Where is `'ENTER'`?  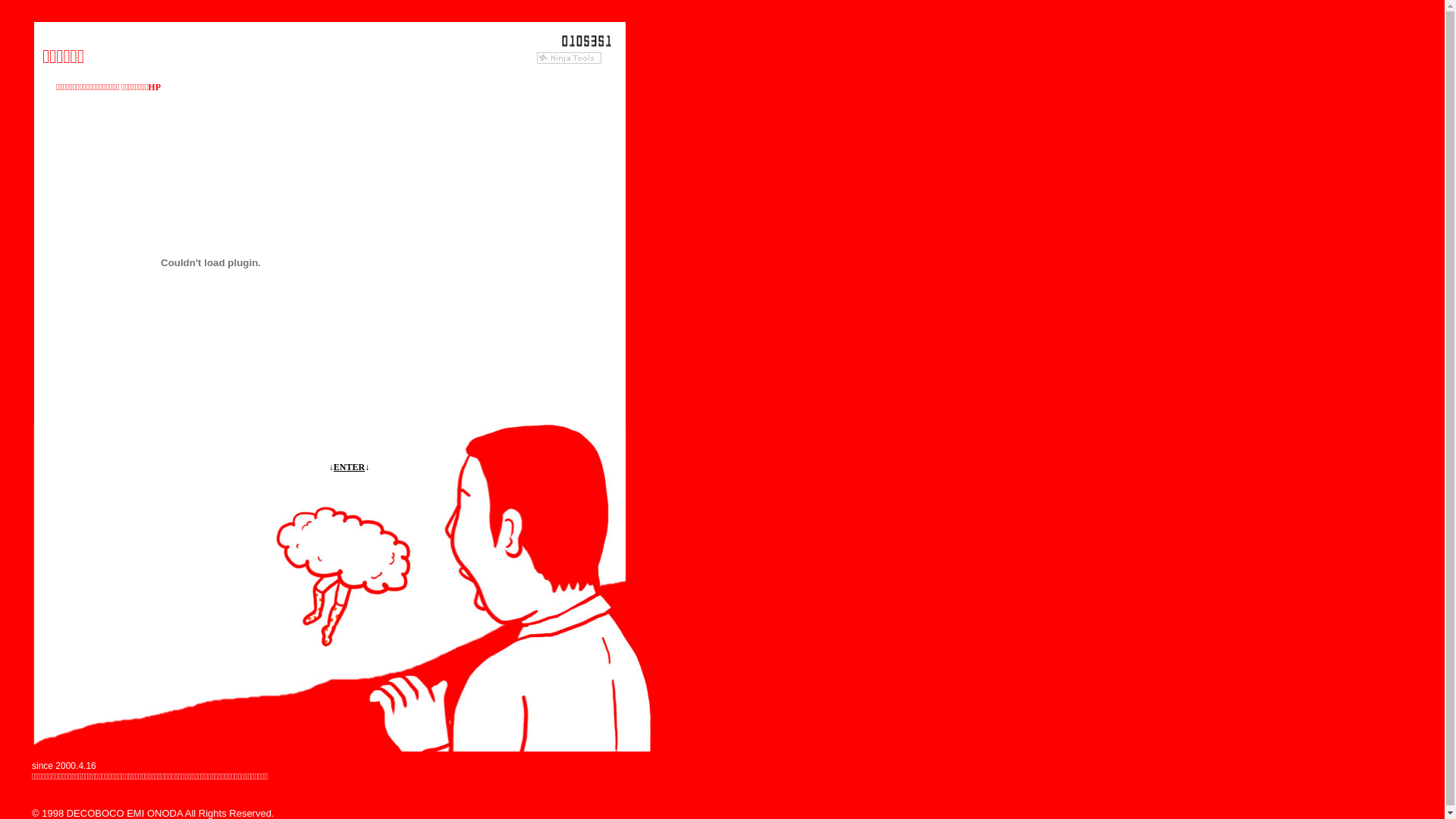
'ENTER' is located at coordinates (333, 466).